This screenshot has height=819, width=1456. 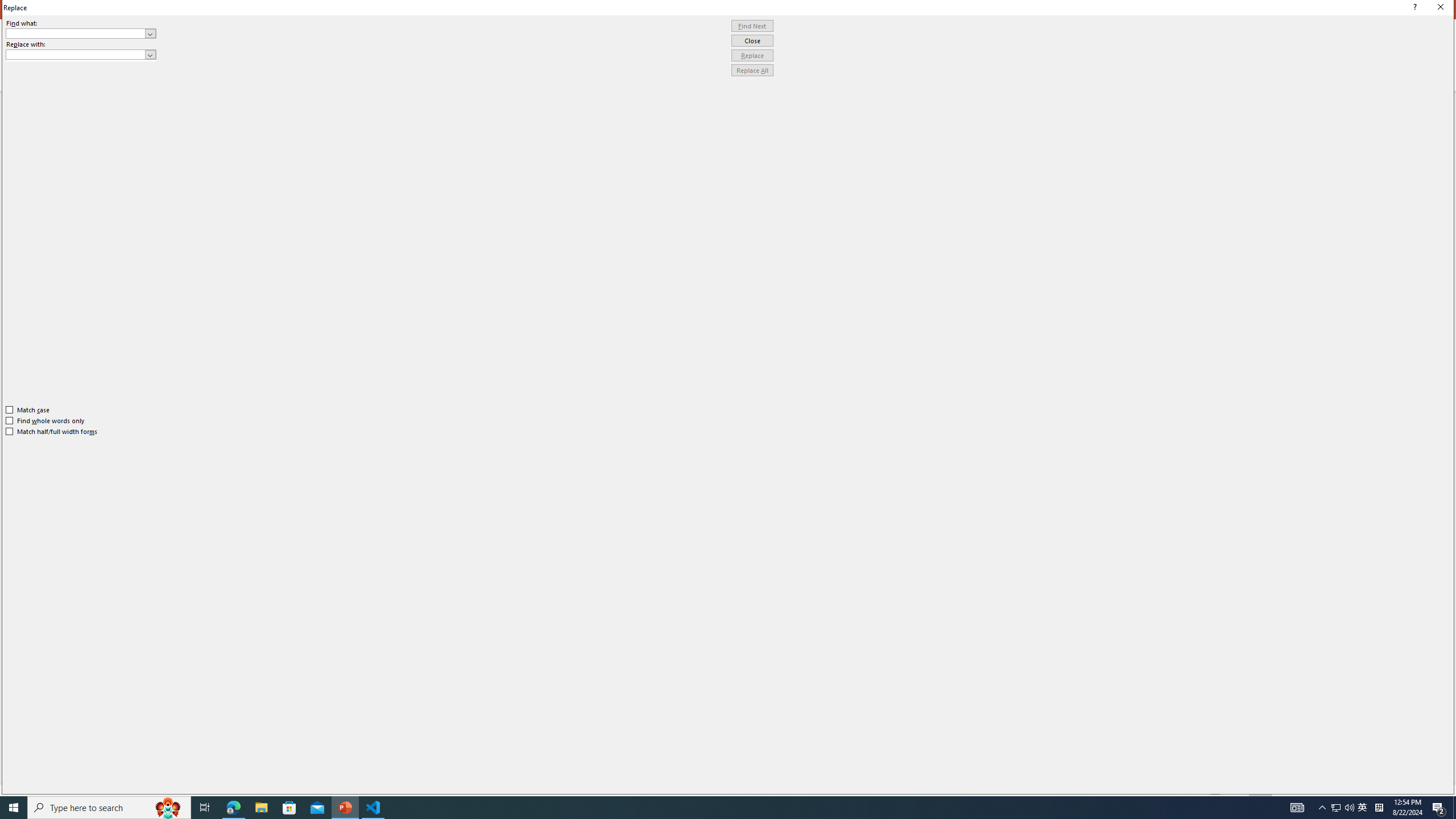 I want to click on 'Match half/full width forms', so click(x=52, y=431).